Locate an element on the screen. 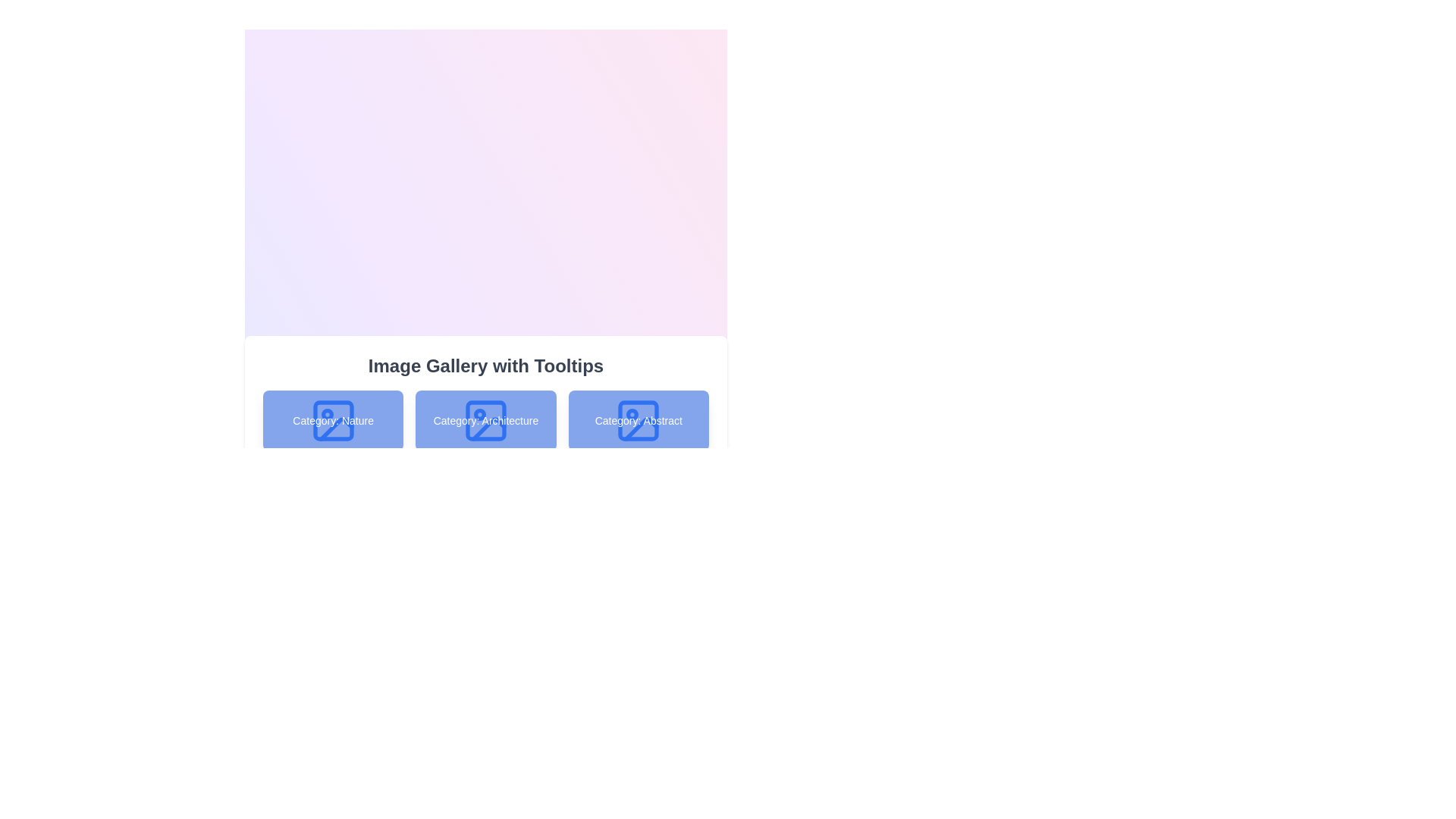  the decorative SVG Circle located within the second icon labeled 'Category: Architecture', situated slightly below the center of the icon is located at coordinates (479, 415).